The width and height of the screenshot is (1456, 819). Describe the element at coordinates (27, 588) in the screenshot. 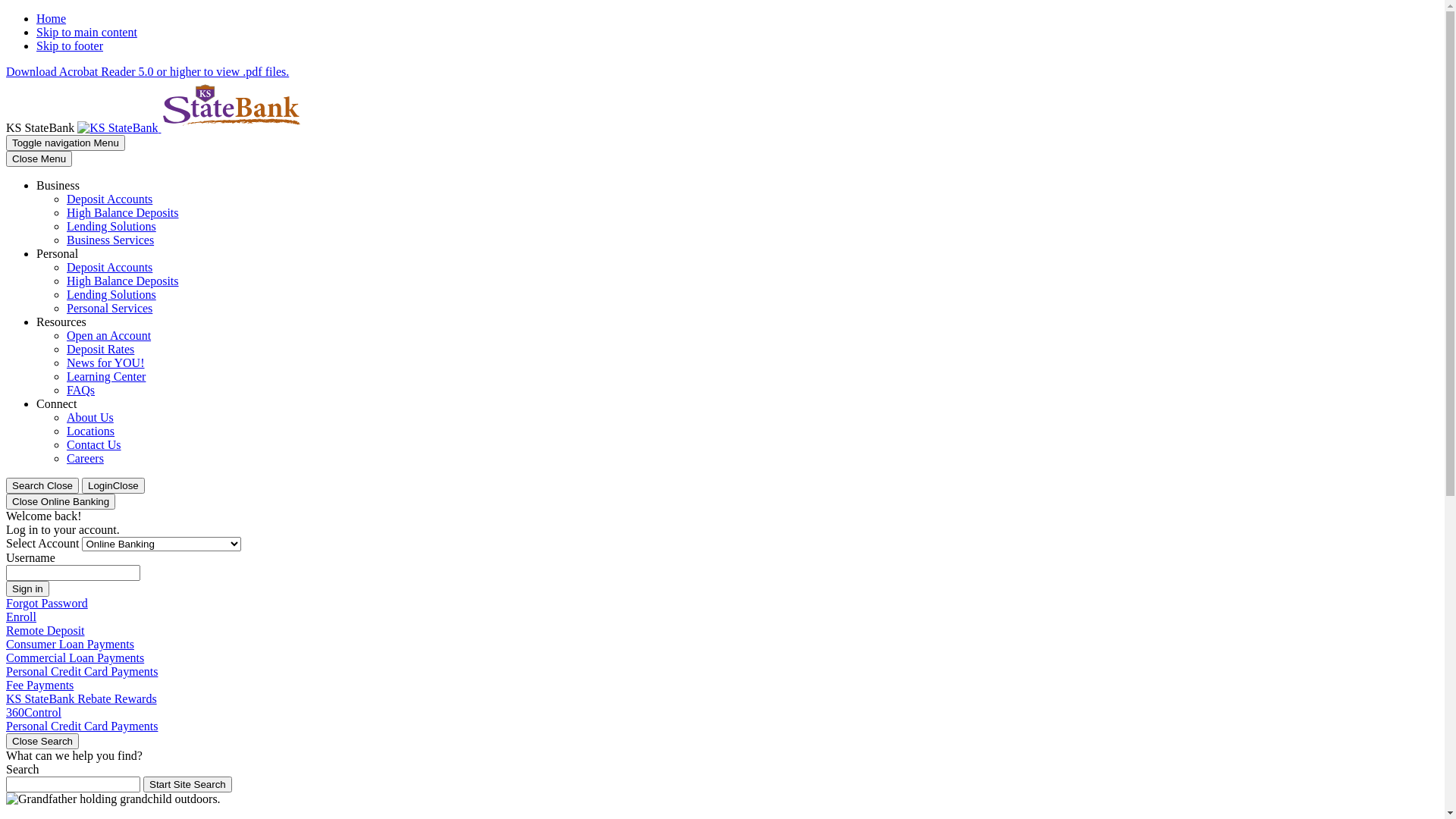

I see `'Sign in'` at that location.